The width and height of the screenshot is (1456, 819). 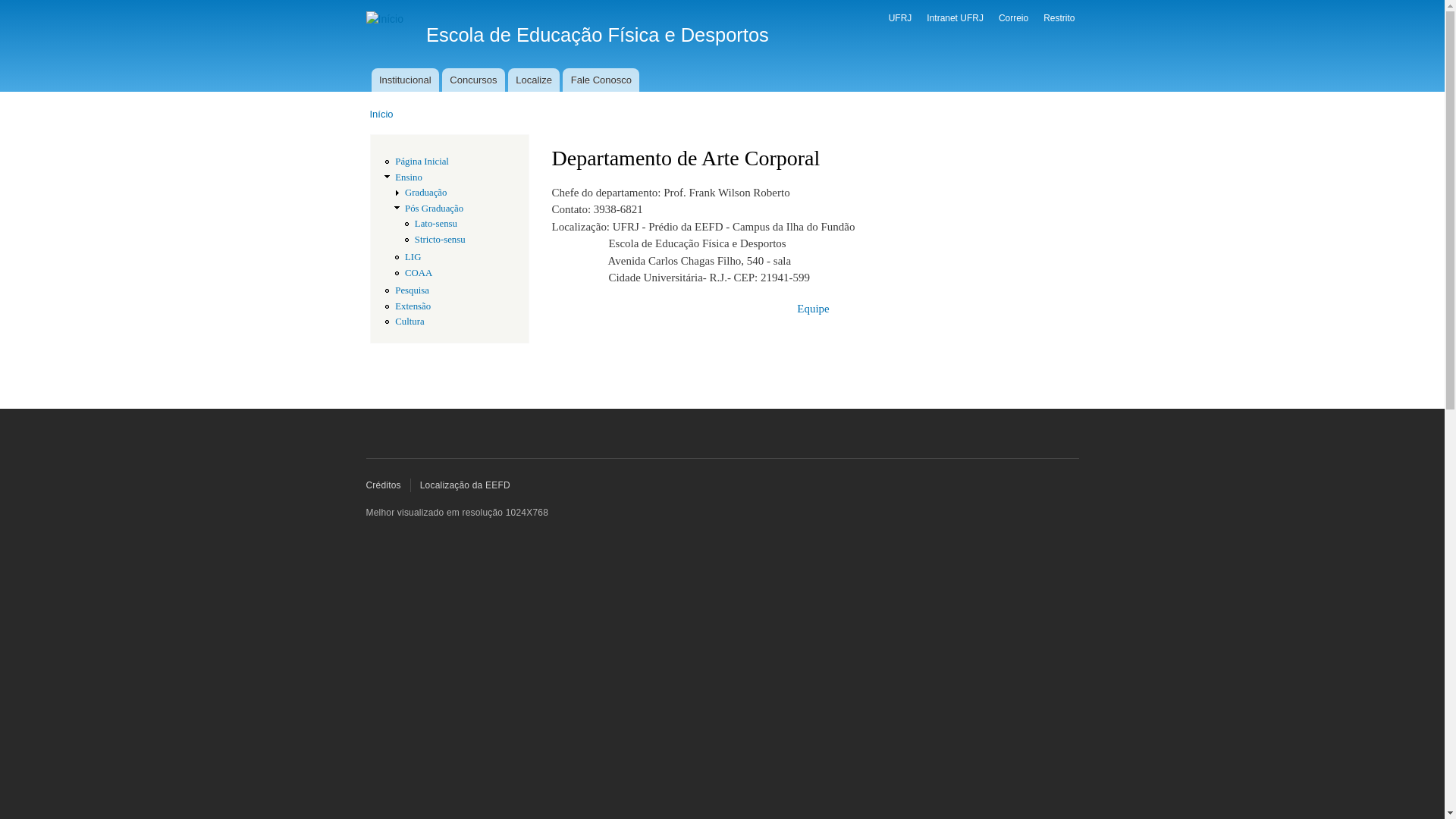 I want to click on 'Localize', so click(x=534, y=80).